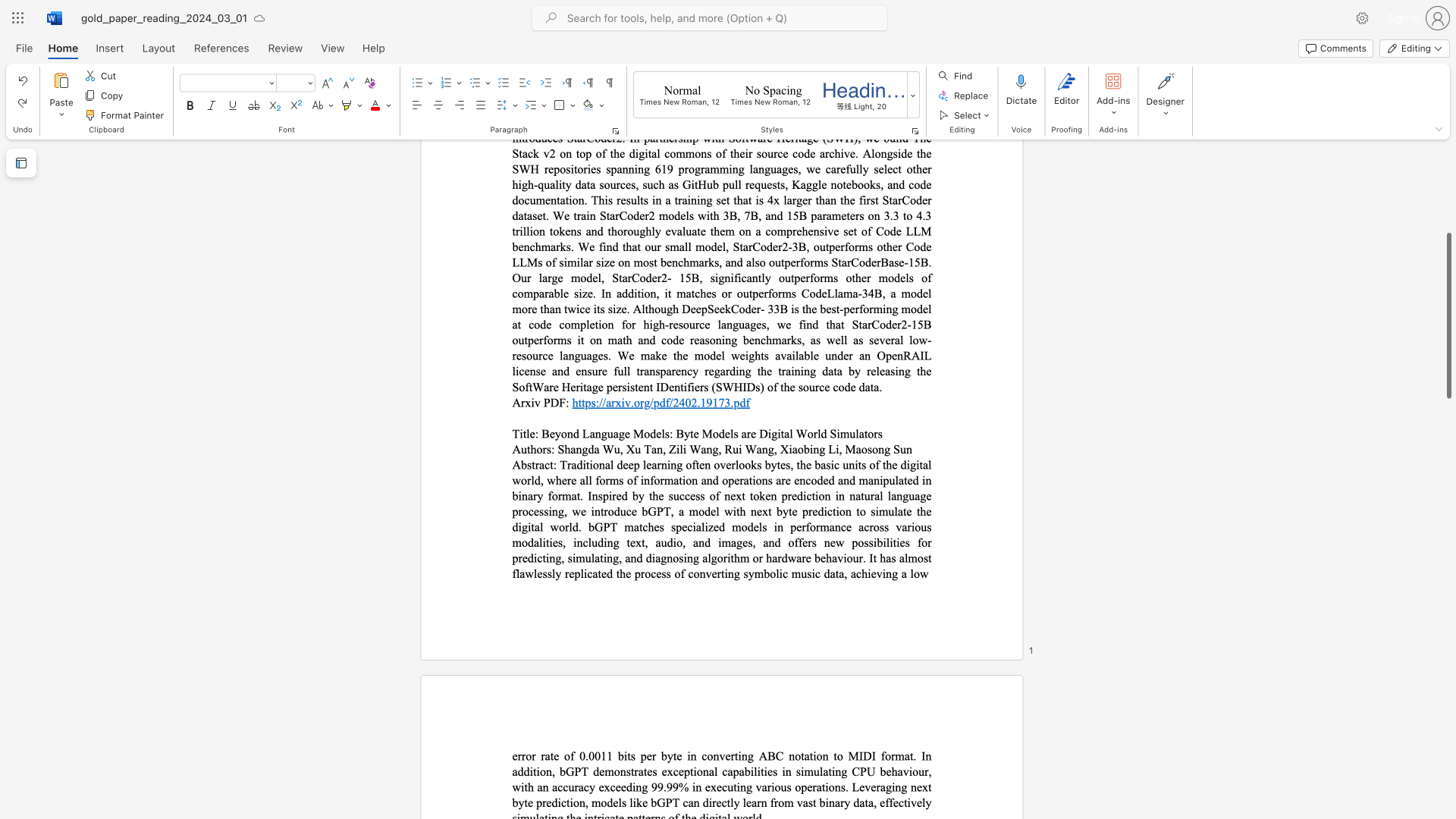 This screenshot has width=1456, height=819. I want to click on the scrollbar on the right side to scroll the page up, so click(1448, 152).